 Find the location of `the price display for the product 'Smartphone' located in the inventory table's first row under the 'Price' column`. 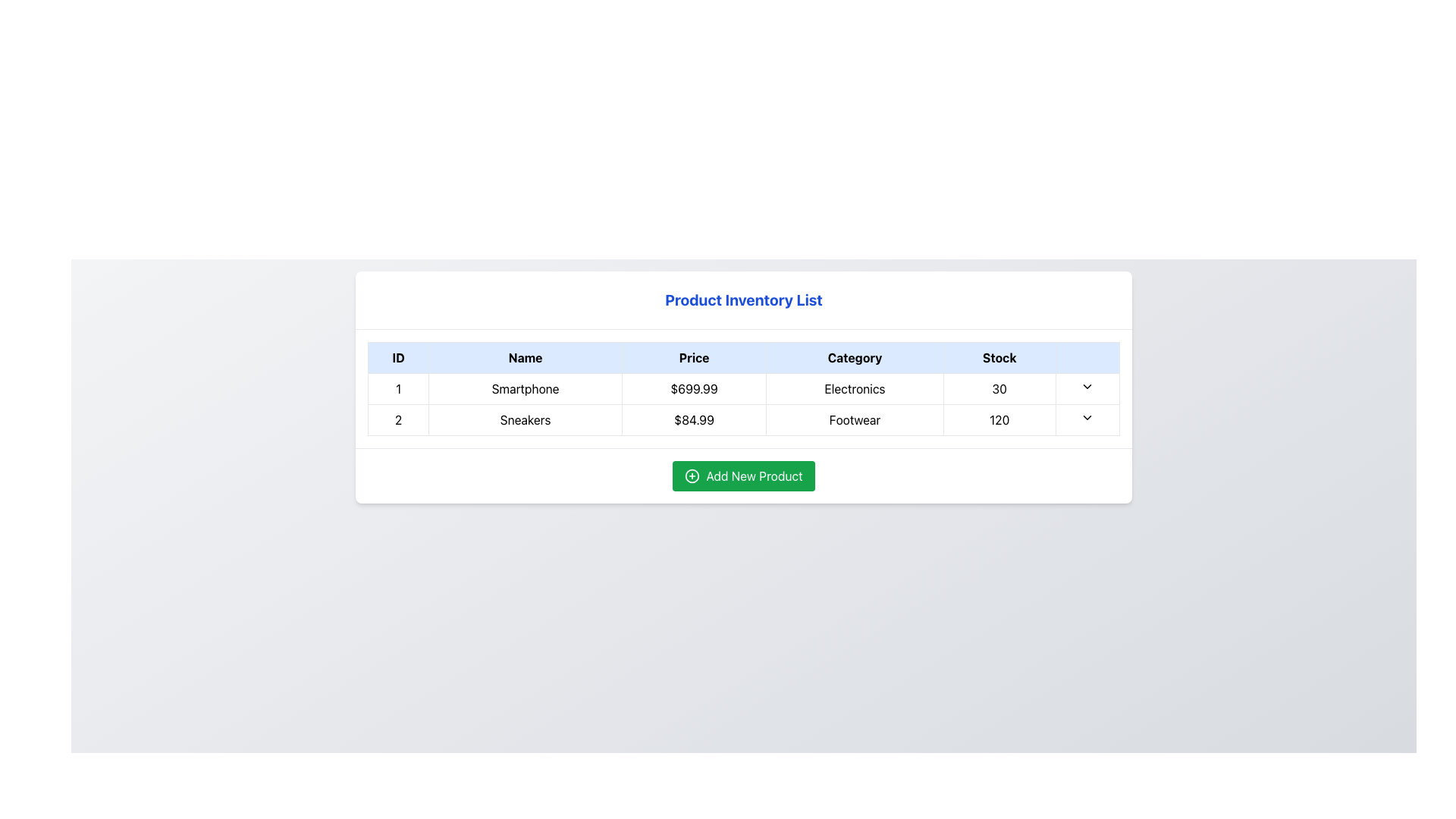

the price display for the product 'Smartphone' located in the inventory table's first row under the 'Price' column is located at coordinates (693, 388).